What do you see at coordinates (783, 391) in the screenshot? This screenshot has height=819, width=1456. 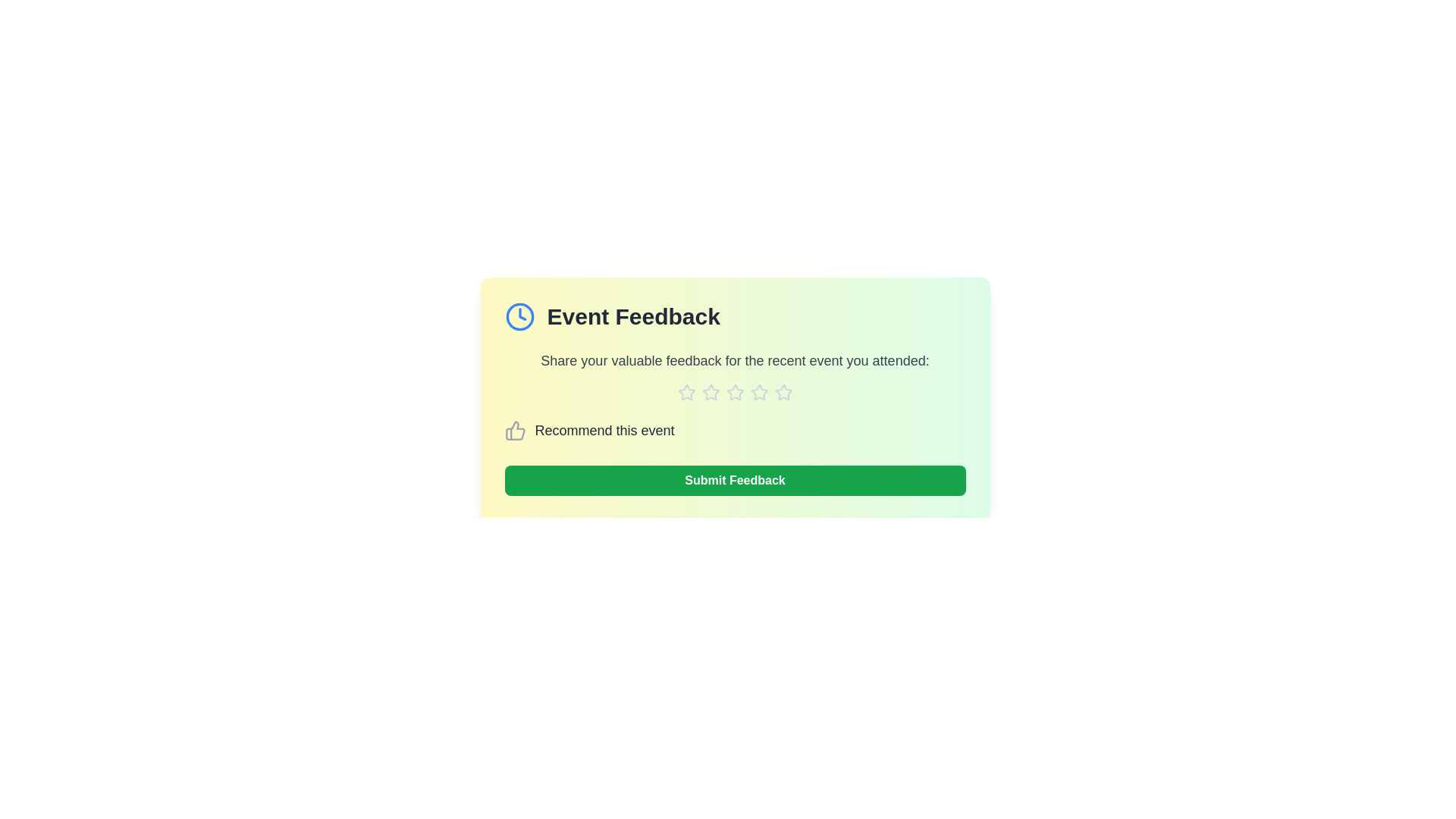 I see `the star corresponding to 5 to assign a rating` at bounding box center [783, 391].